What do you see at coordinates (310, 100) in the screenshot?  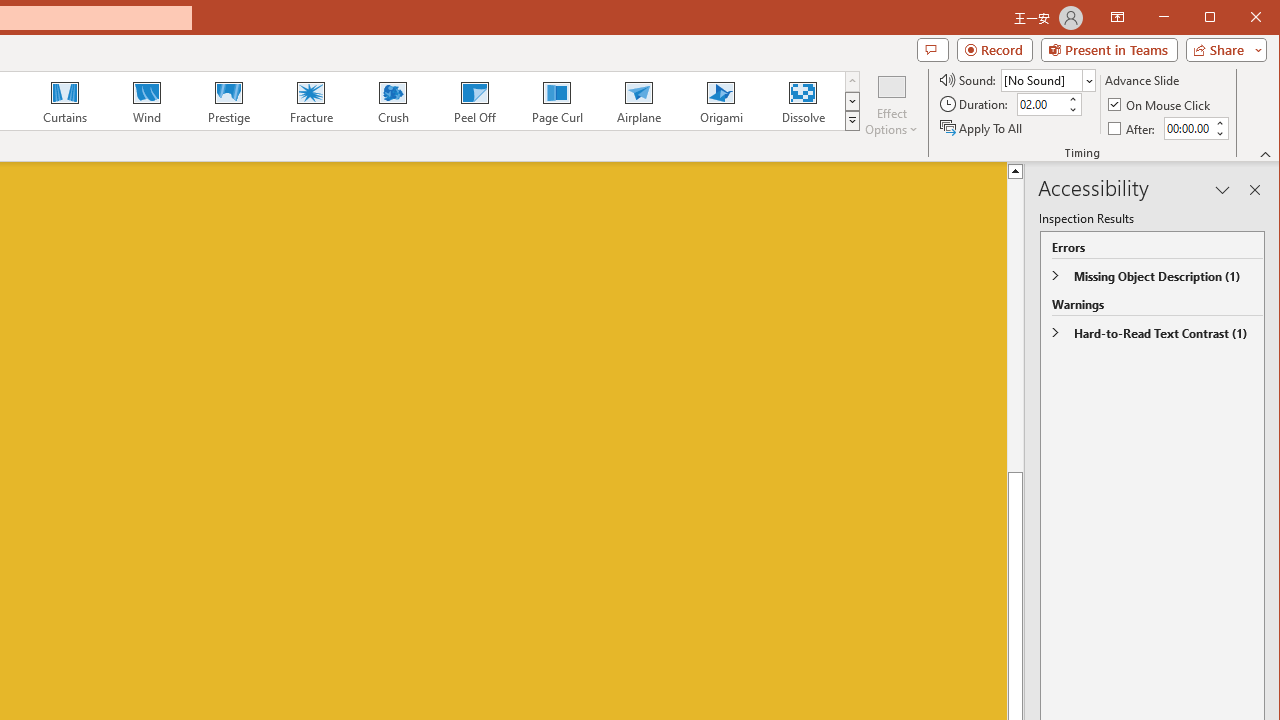 I see `'Fracture'` at bounding box center [310, 100].